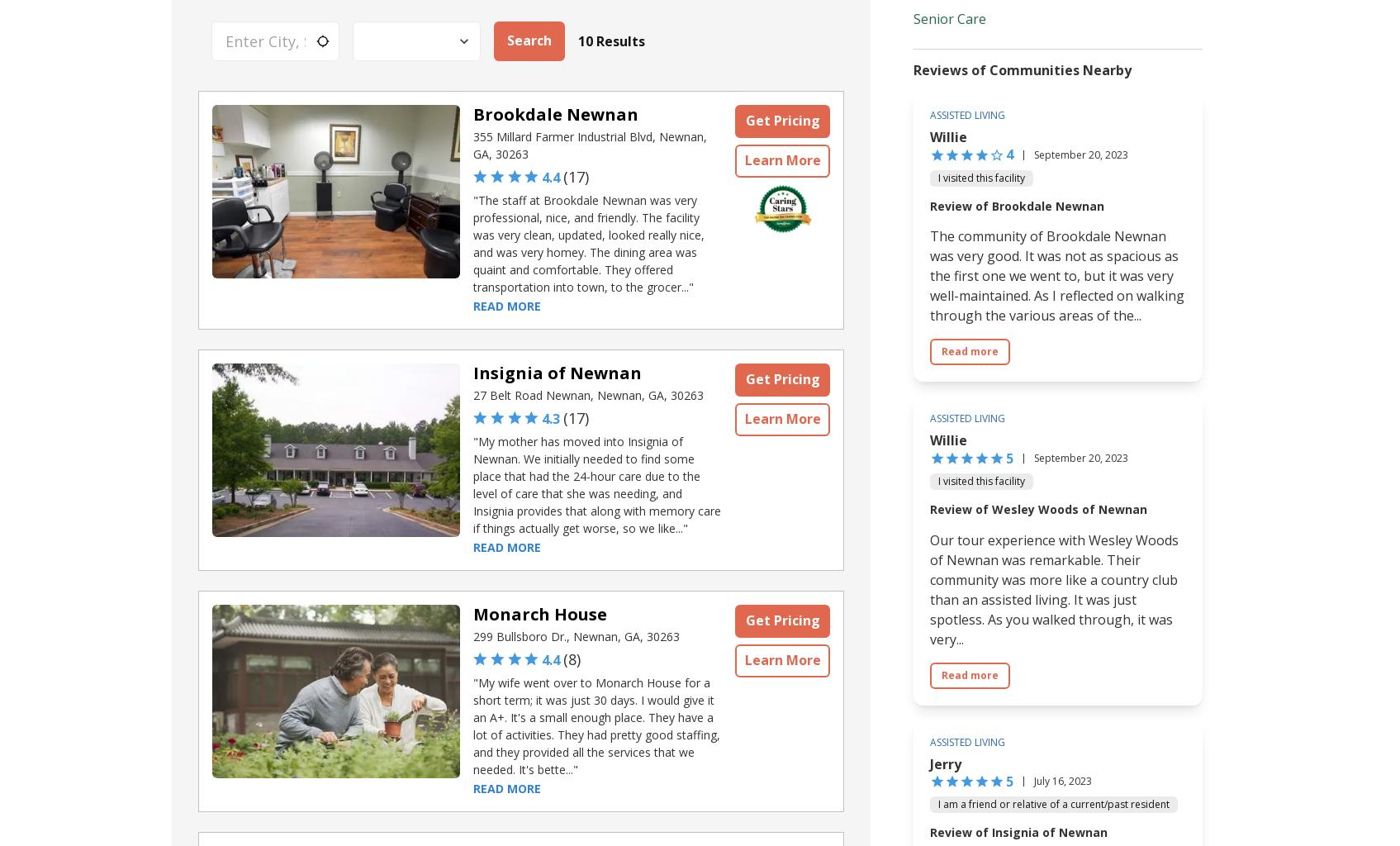  What do you see at coordinates (577, 636) in the screenshot?
I see `'299 Bullsboro Dr., Newnan, GA, 30263'` at bounding box center [577, 636].